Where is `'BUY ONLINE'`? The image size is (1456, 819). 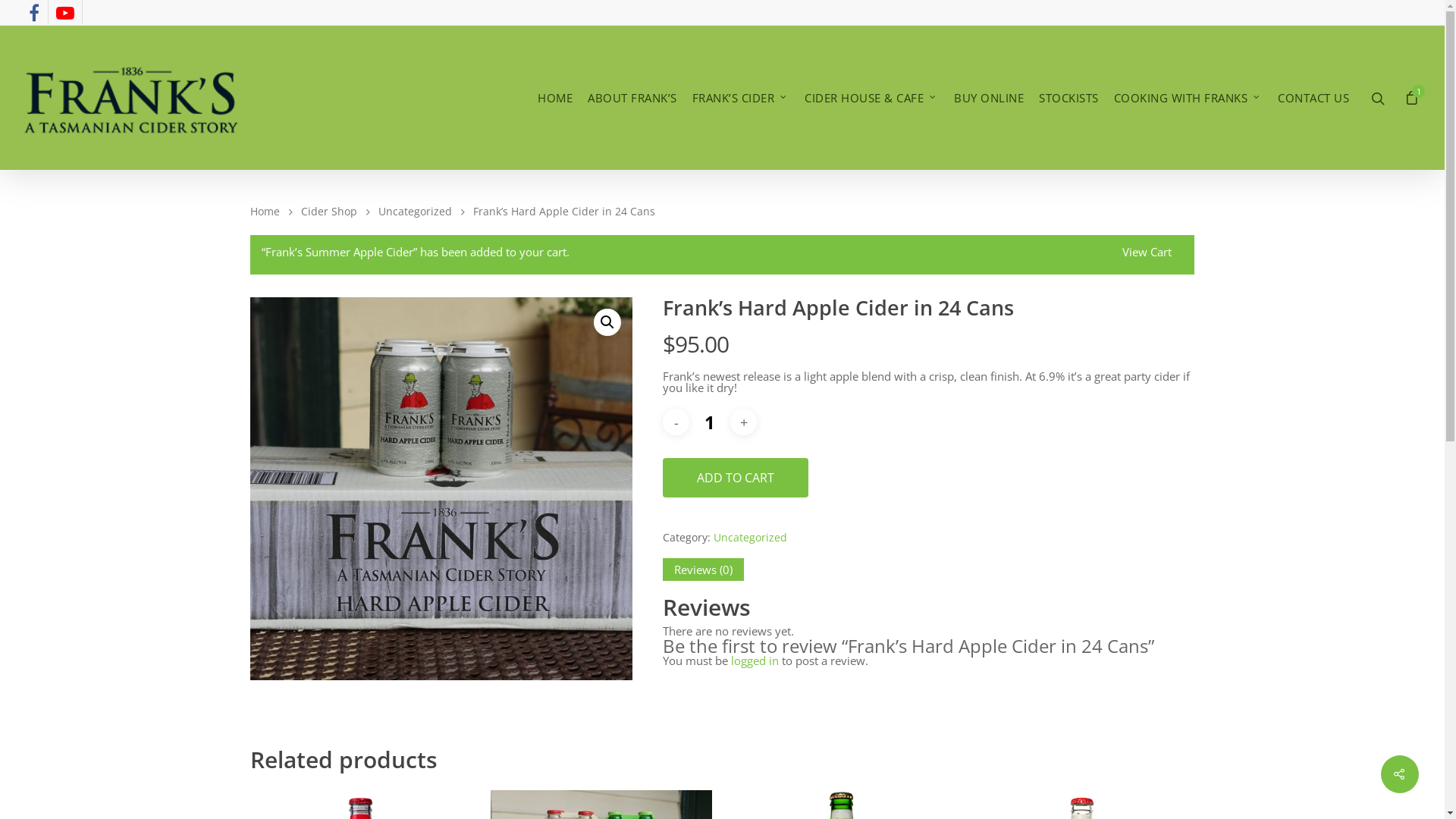
'BUY ONLINE' is located at coordinates (989, 98).